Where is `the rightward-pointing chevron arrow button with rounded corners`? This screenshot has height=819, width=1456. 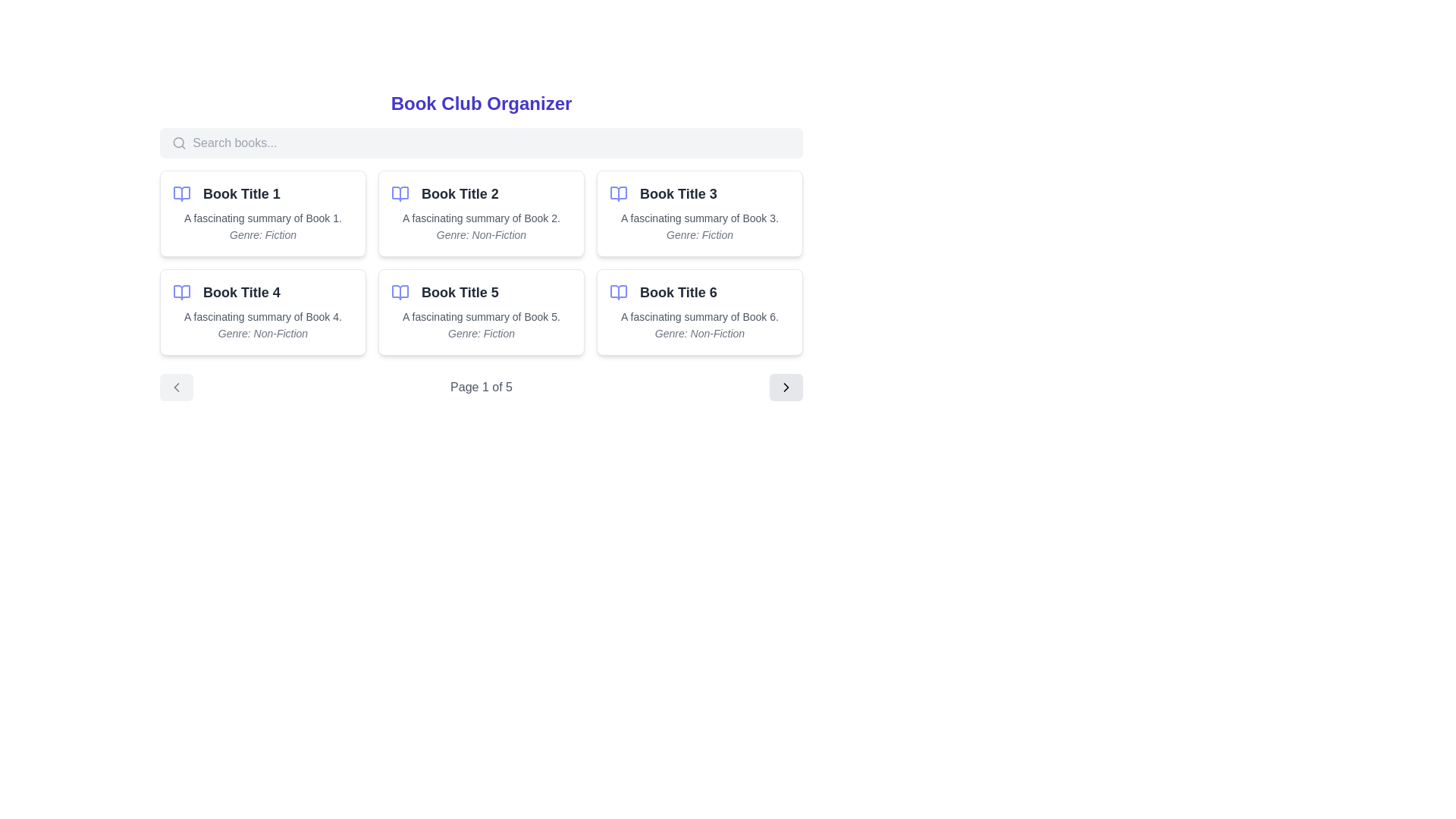
the rightward-pointing chevron arrow button with rounded corners is located at coordinates (786, 386).